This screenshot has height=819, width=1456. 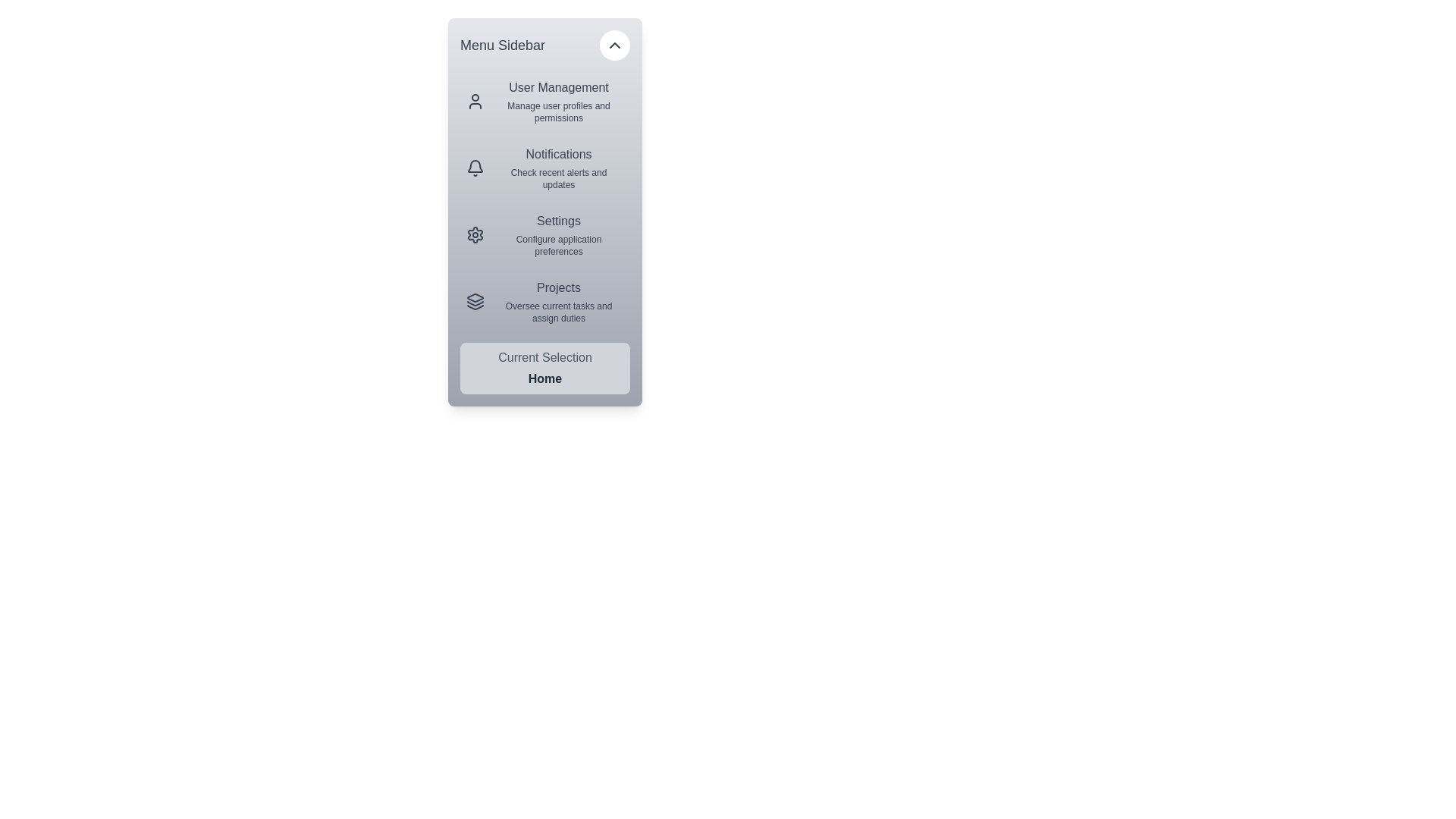 What do you see at coordinates (558, 312) in the screenshot?
I see `the descriptive subtitle text located in the side navigation menu below the 'Projects' heading and above the 'Current Selection' section` at bounding box center [558, 312].